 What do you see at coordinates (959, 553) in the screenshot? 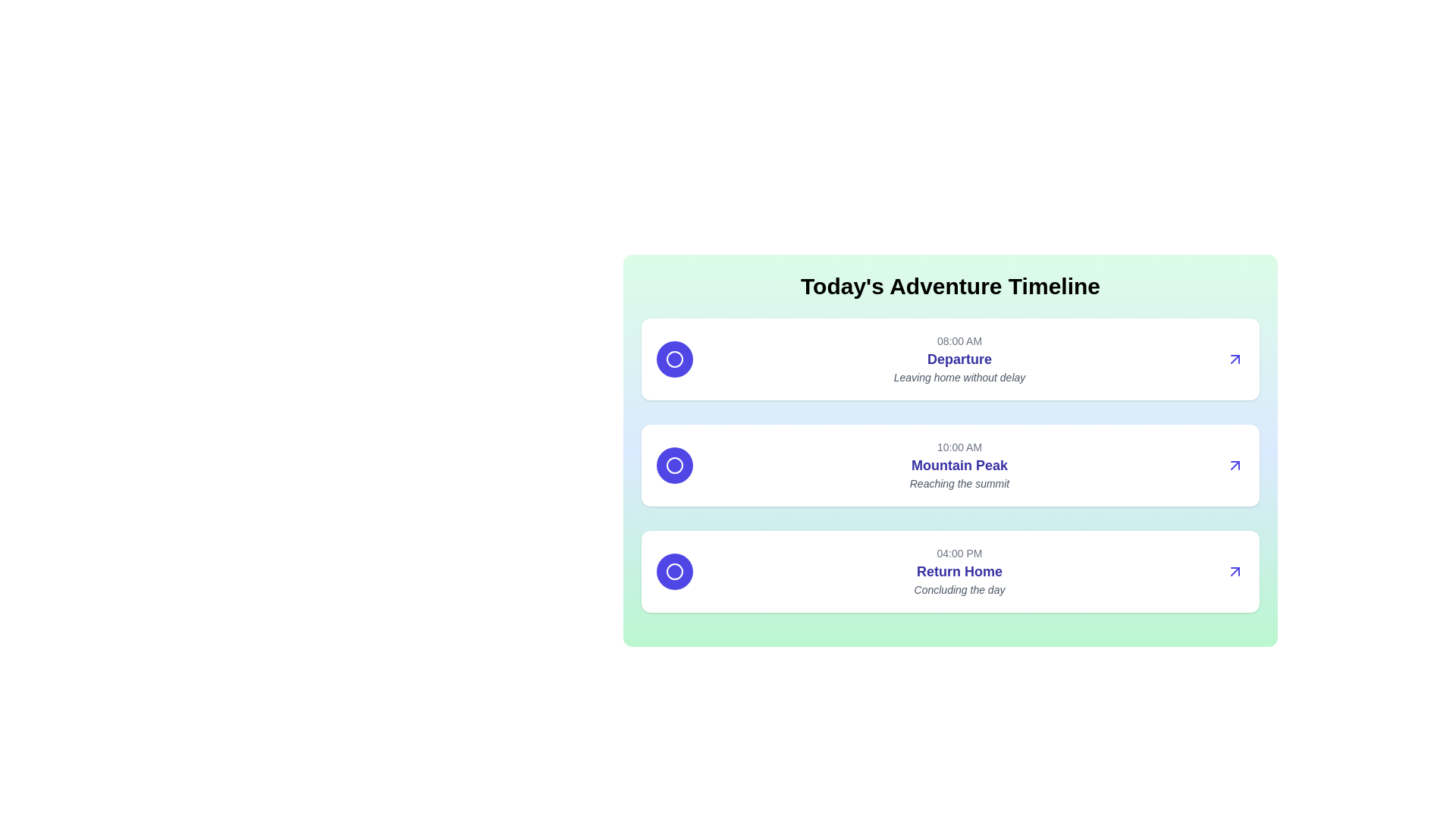
I see `time displayed in the text component showing '04:00 PM', which is located at the top of the event item in the timeline layout` at bounding box center [959, 553].